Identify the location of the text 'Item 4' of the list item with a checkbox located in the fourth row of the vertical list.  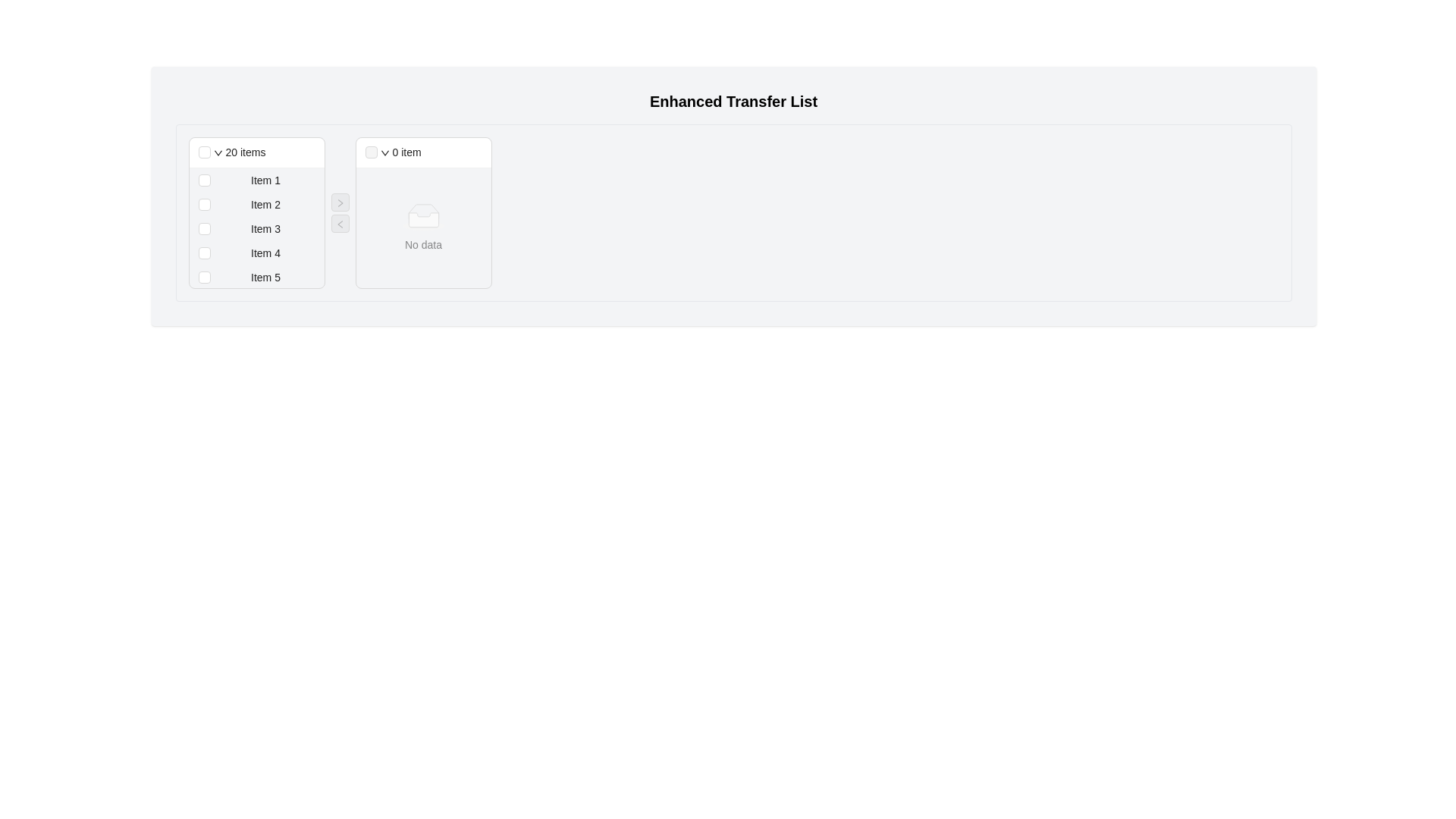
(256, 253).